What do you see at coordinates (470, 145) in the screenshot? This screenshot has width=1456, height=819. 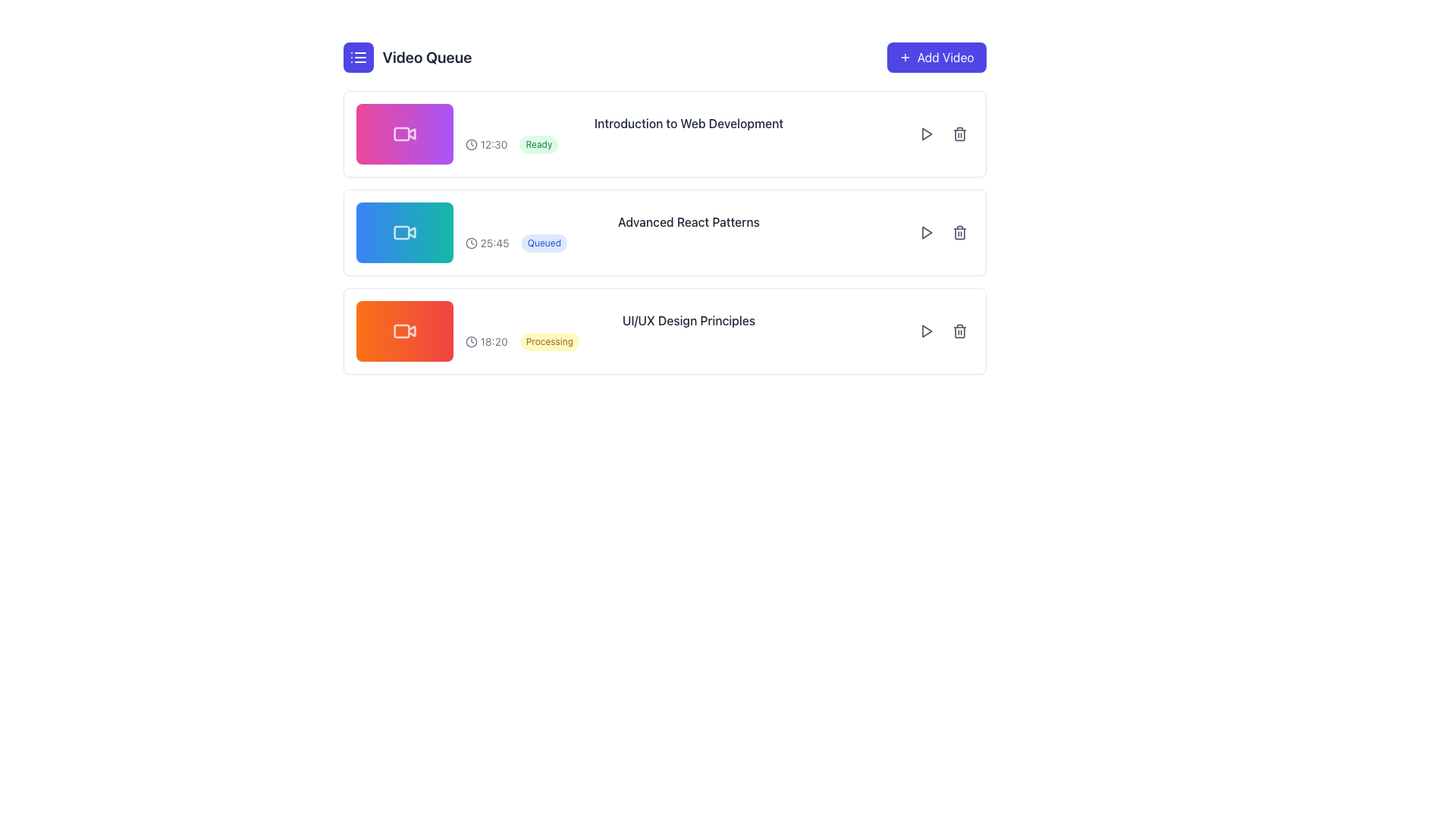 I see `the decorative frame of the clock icon located next to the time duration '12:30' in the 'Introduction to Web Development' video entry` at bounding box center [470, 145].